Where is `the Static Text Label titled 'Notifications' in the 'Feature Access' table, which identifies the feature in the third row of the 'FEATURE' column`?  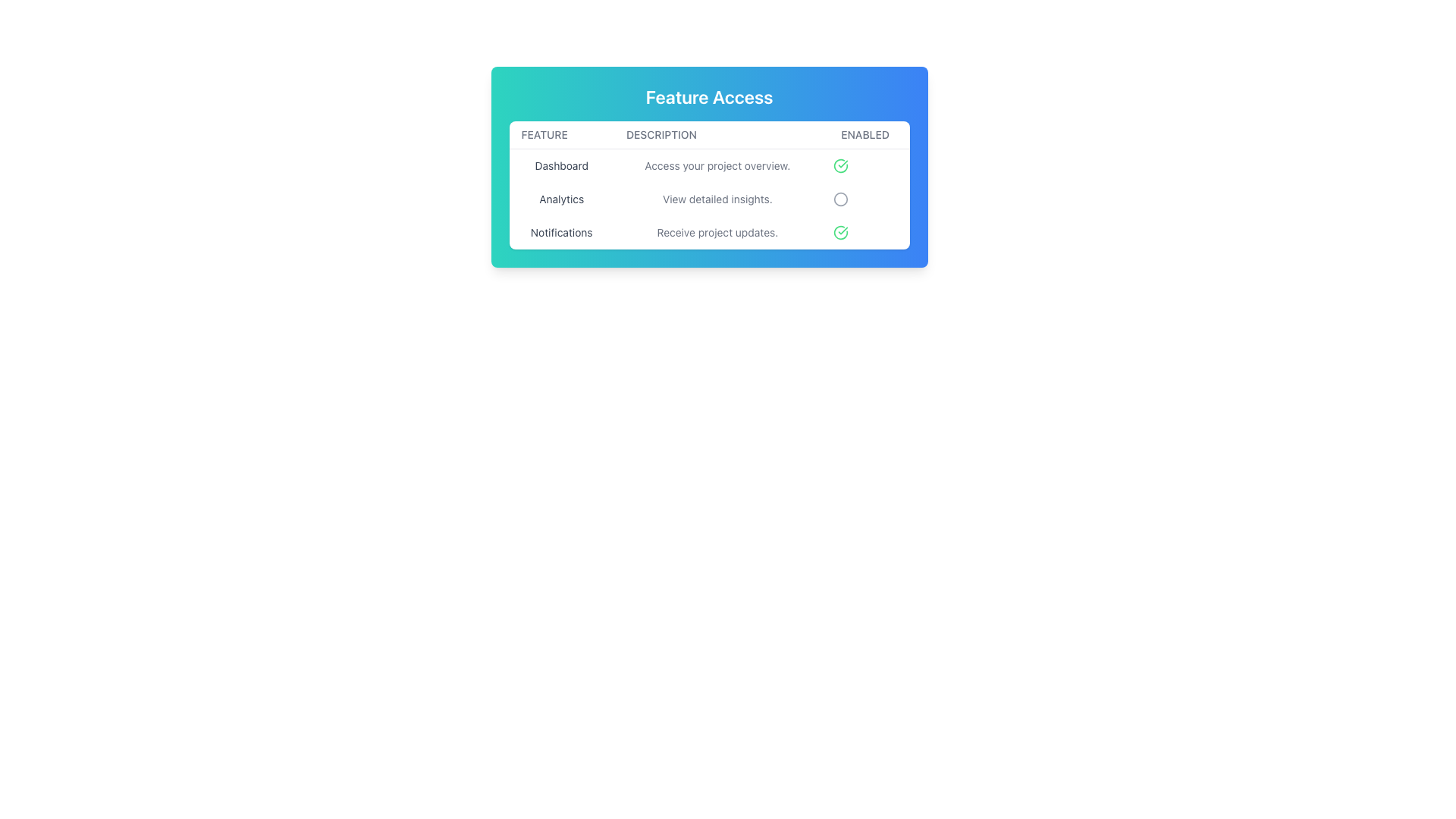
the Static Text Label titled 'Notifications' in the 'Feature Access' table, which identifies the feature in the third row of the 'FEATURE' column is located at coordinates (560, 233).